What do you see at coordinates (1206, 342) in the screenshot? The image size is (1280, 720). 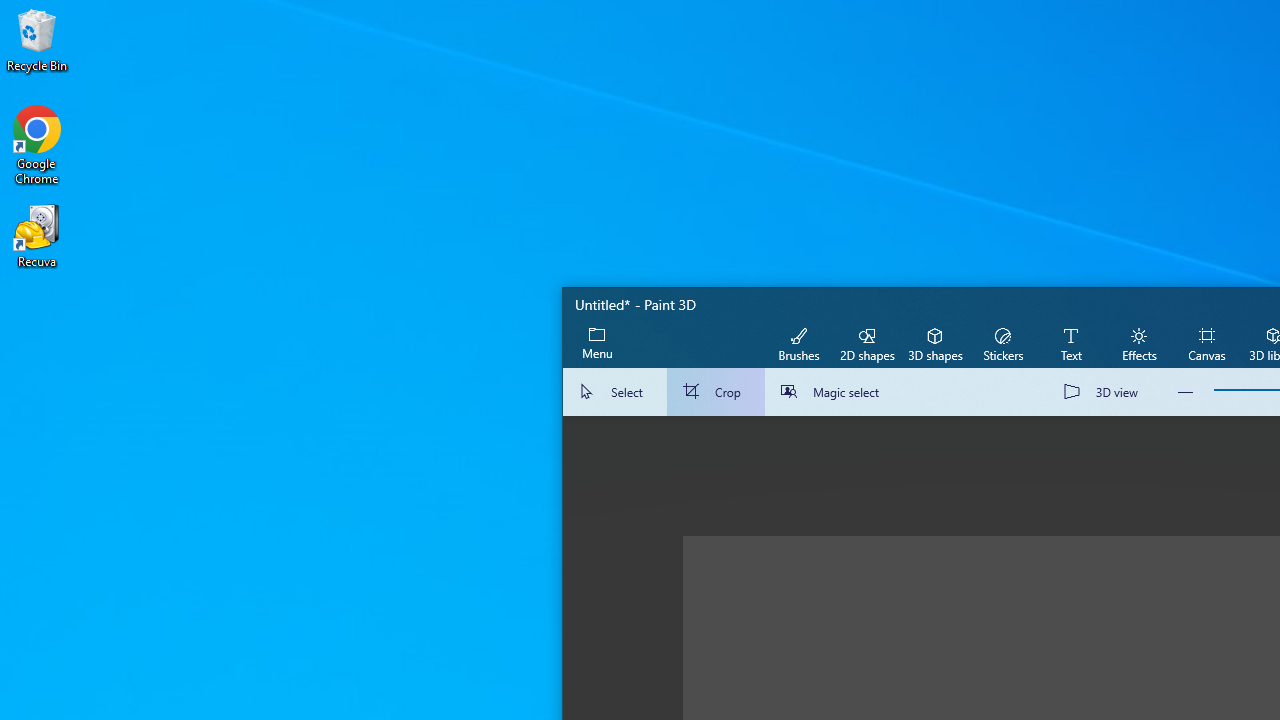 I see `'Canvas'` at bounding box center [1206, 342].